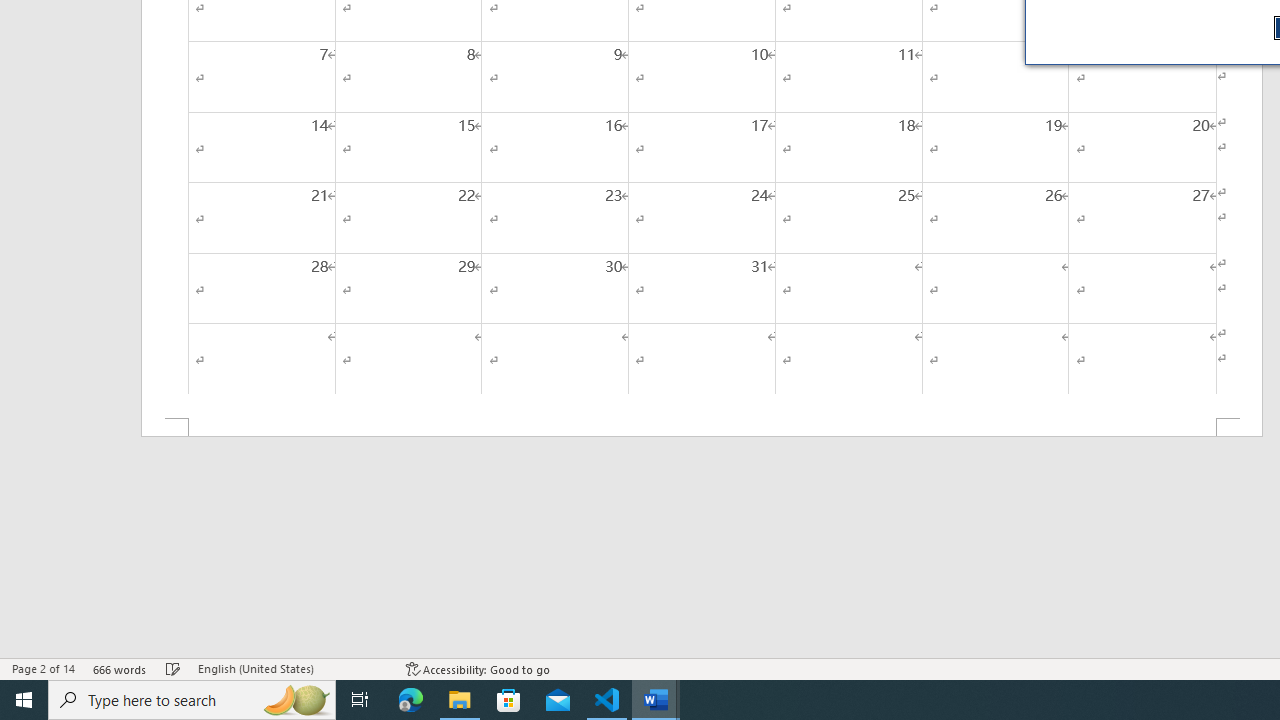 This screenshot has width=1280, height=720. What do you see at coordinates (173, 669) in the screenshot?
I see `'Spelling and Grammar Check Checking'` at bounding box center [173, 669].